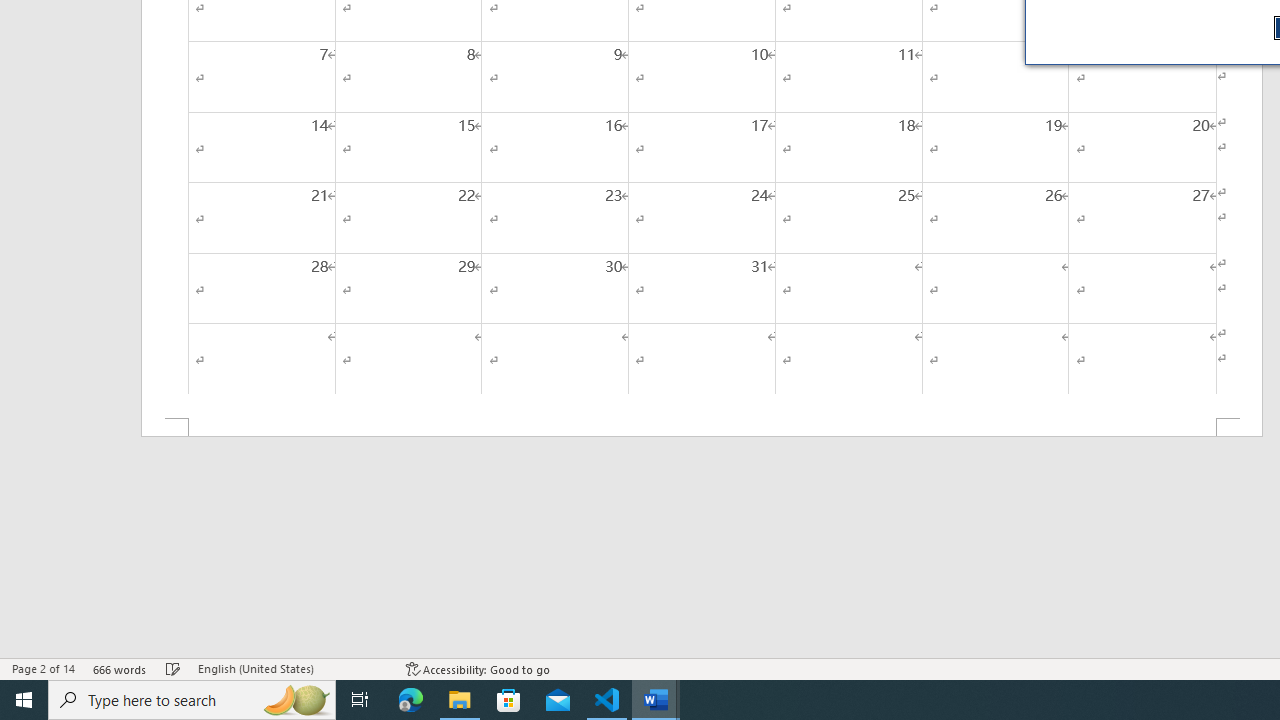 This screenshot has width=1280, height=720. What do you see at coordinates (173, 669) in the screenshot?
I see `'Spelling and Grammar Check Checking'` at bounding box center [173, 669].